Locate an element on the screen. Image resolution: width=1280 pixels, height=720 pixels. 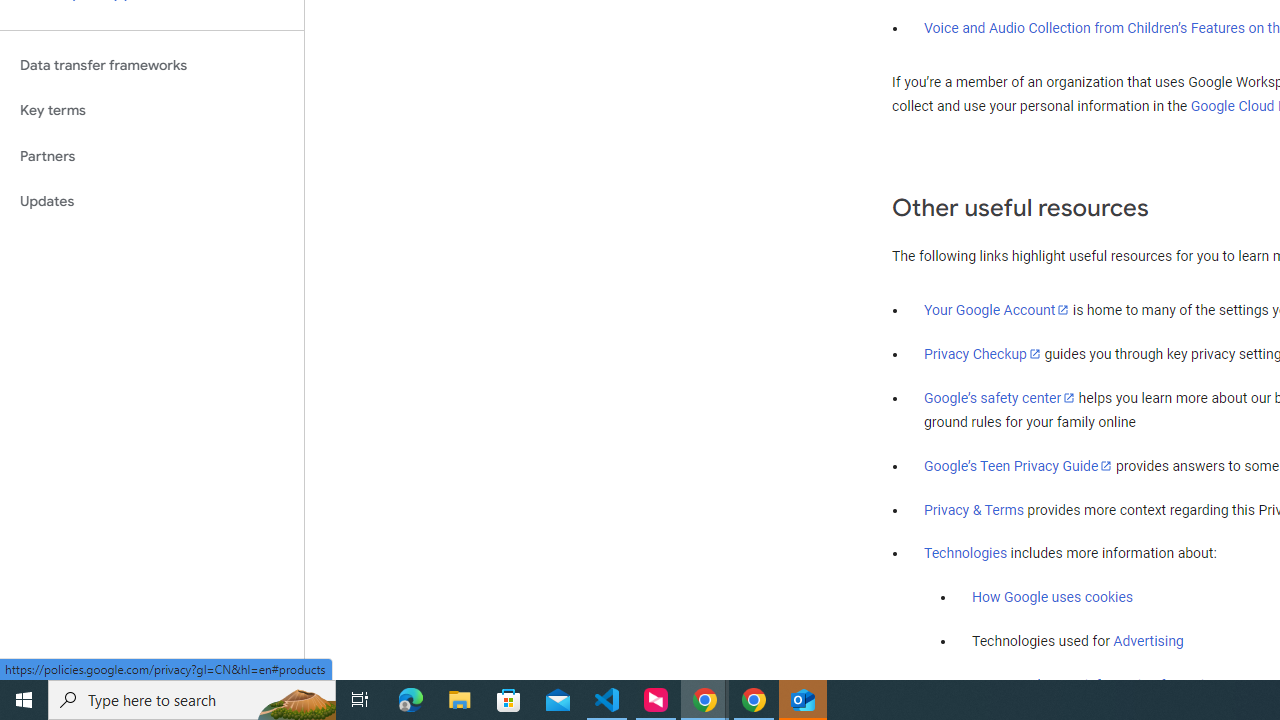
'Privacy Checkup' is located at coordinates (982, 352).